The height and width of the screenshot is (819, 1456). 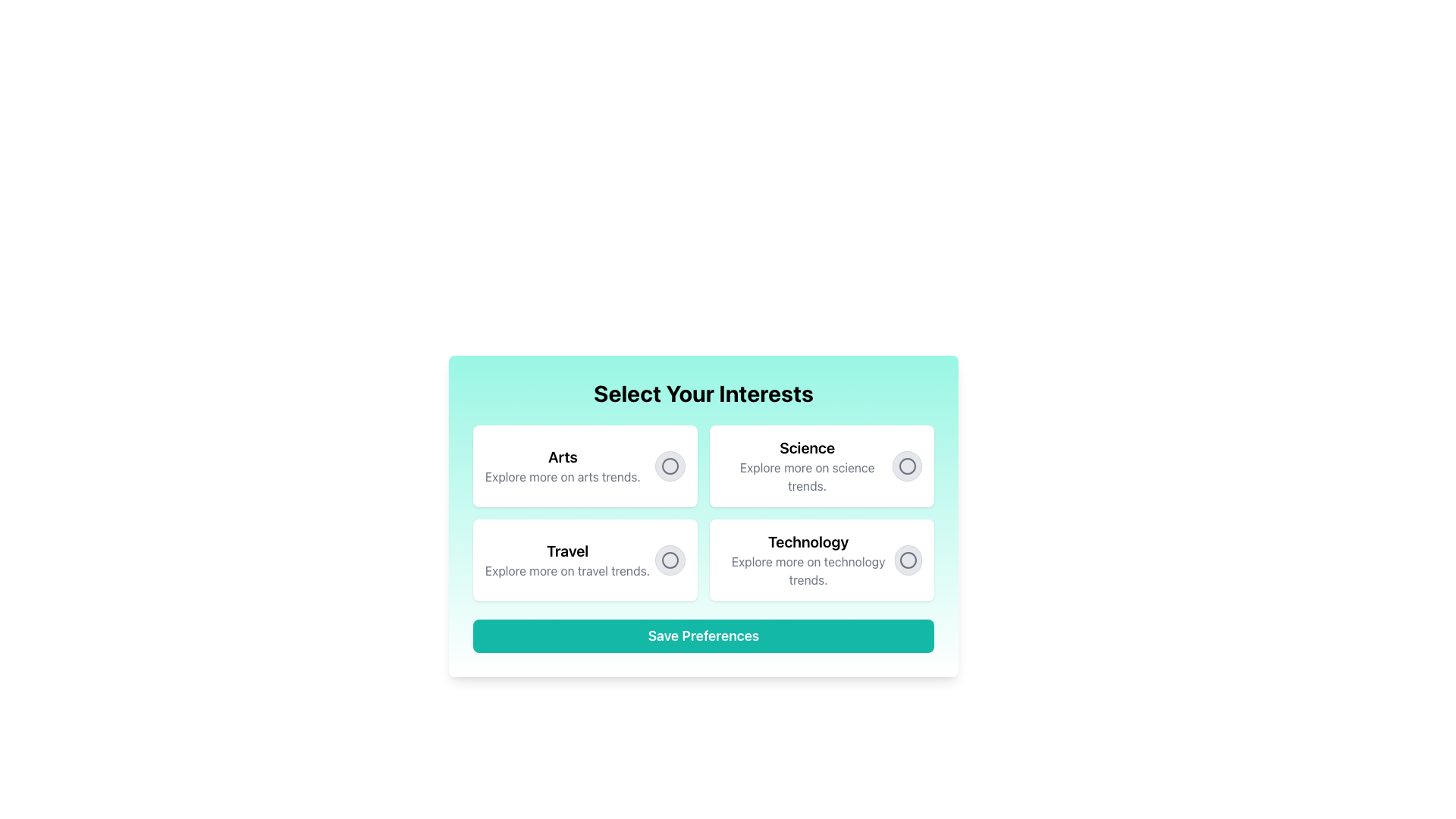 What do you see at coordinates (907, 465) in the screenshot?
I see `the radio button styled with a gray border and background, associated with the text 'Science'` at bounding box center [907, 465].